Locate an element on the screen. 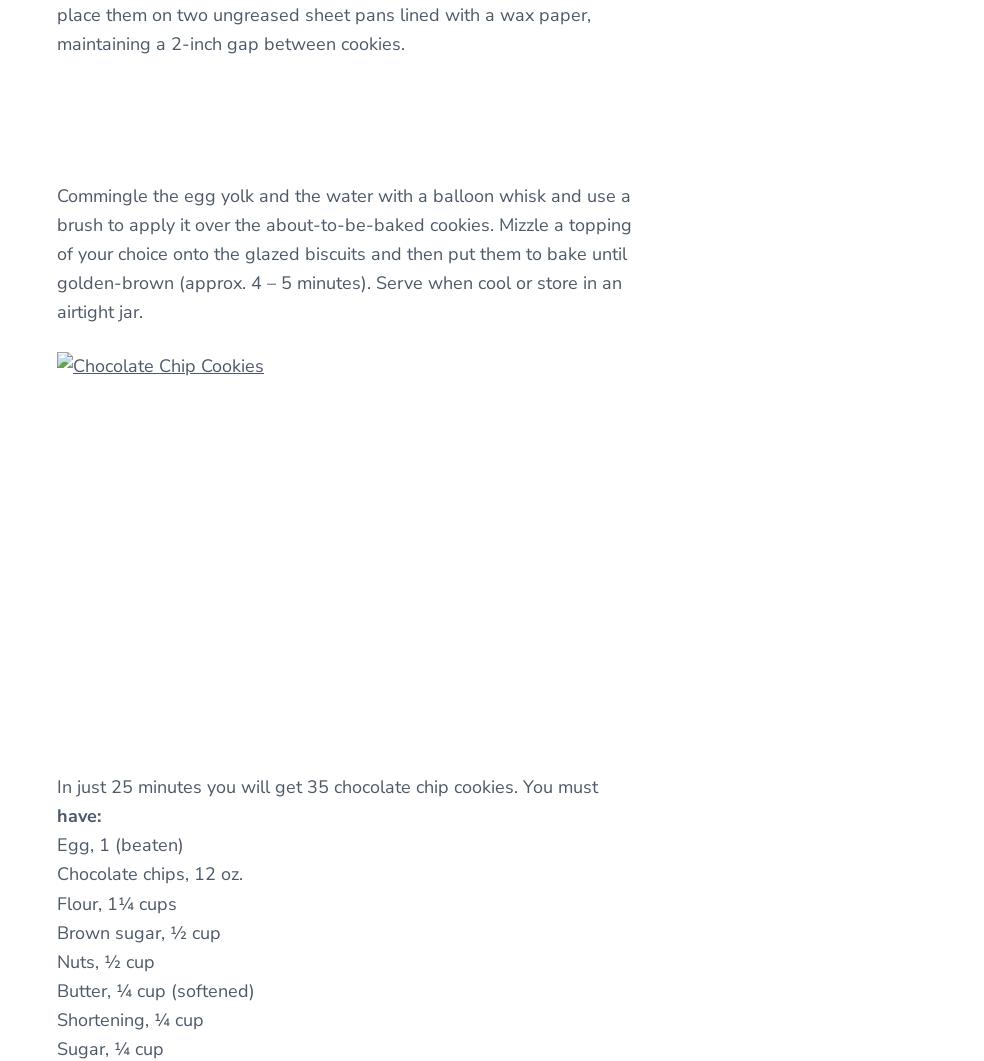 Image resolution: width=984 pixels, height=1061 pixels. 'Shortening, ¼ cup' is located at coordinates (130, 1017).